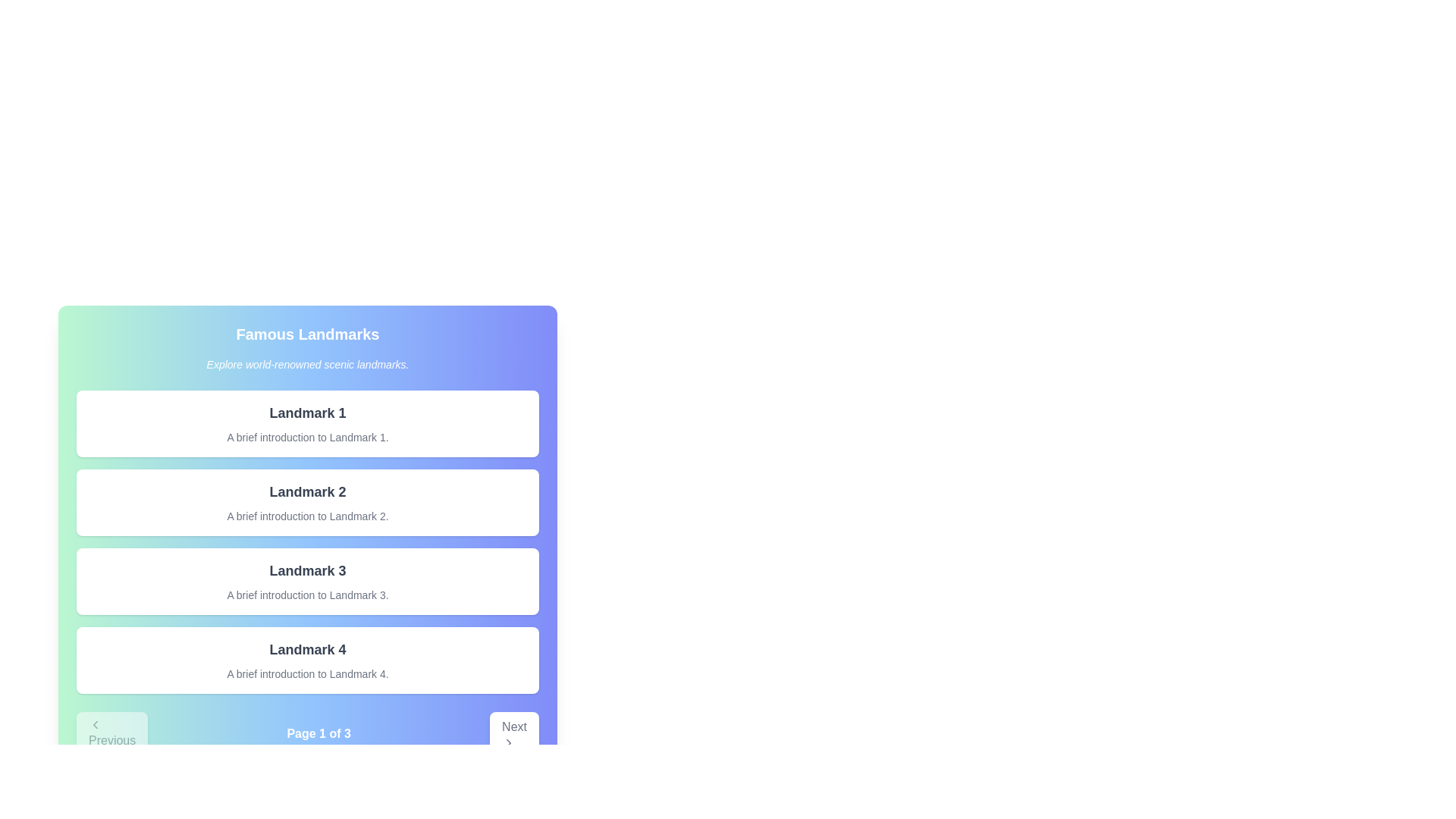  I want to click on the Informational Card summarizing details about 'Landmark 3', which is the third item in a vertically stacked list of similar cards under the header 'Famous Landmarks', so click(307, 581).